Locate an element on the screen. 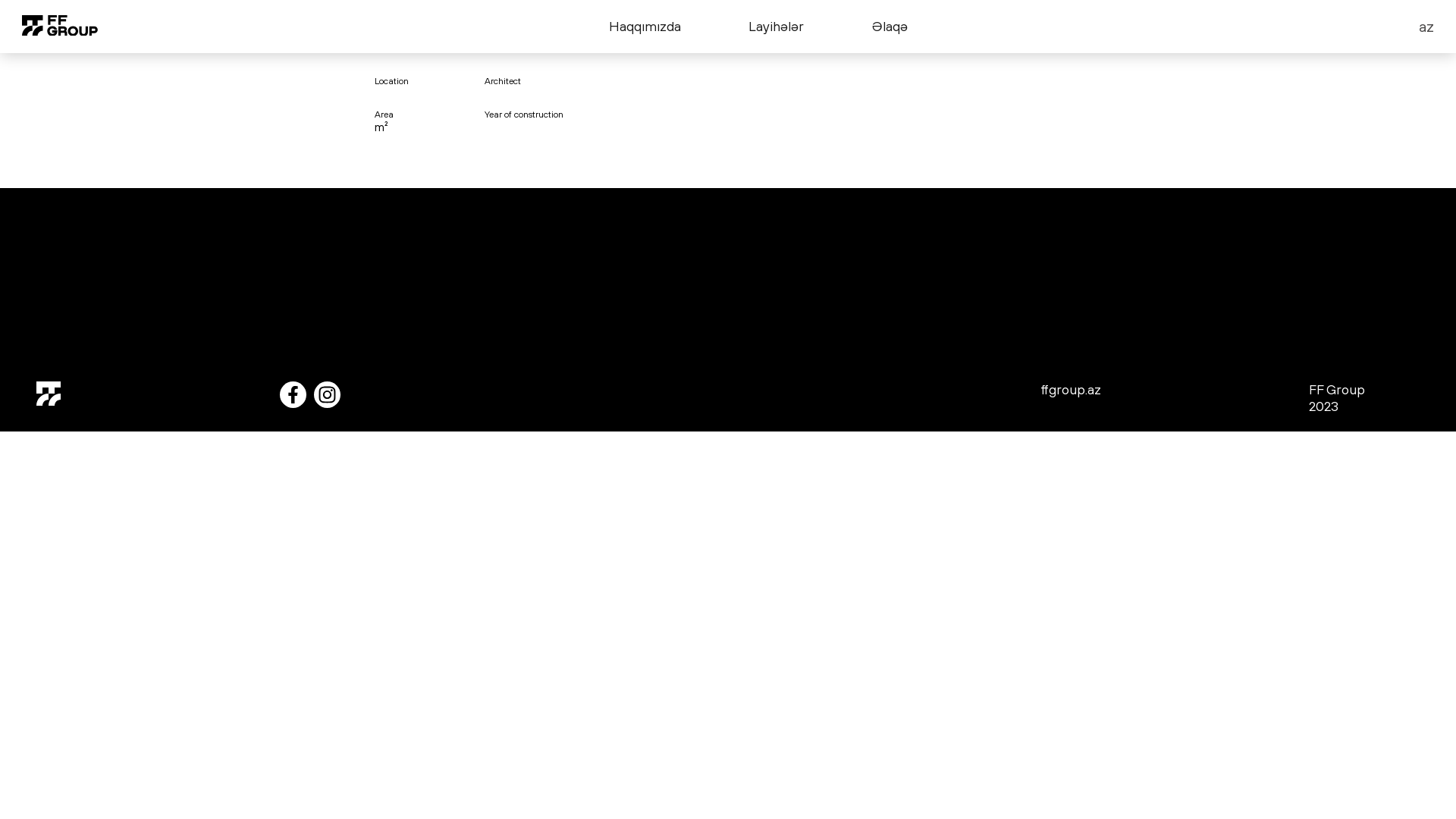  'ffgroup.az' is located at coordinates (1069, 391).